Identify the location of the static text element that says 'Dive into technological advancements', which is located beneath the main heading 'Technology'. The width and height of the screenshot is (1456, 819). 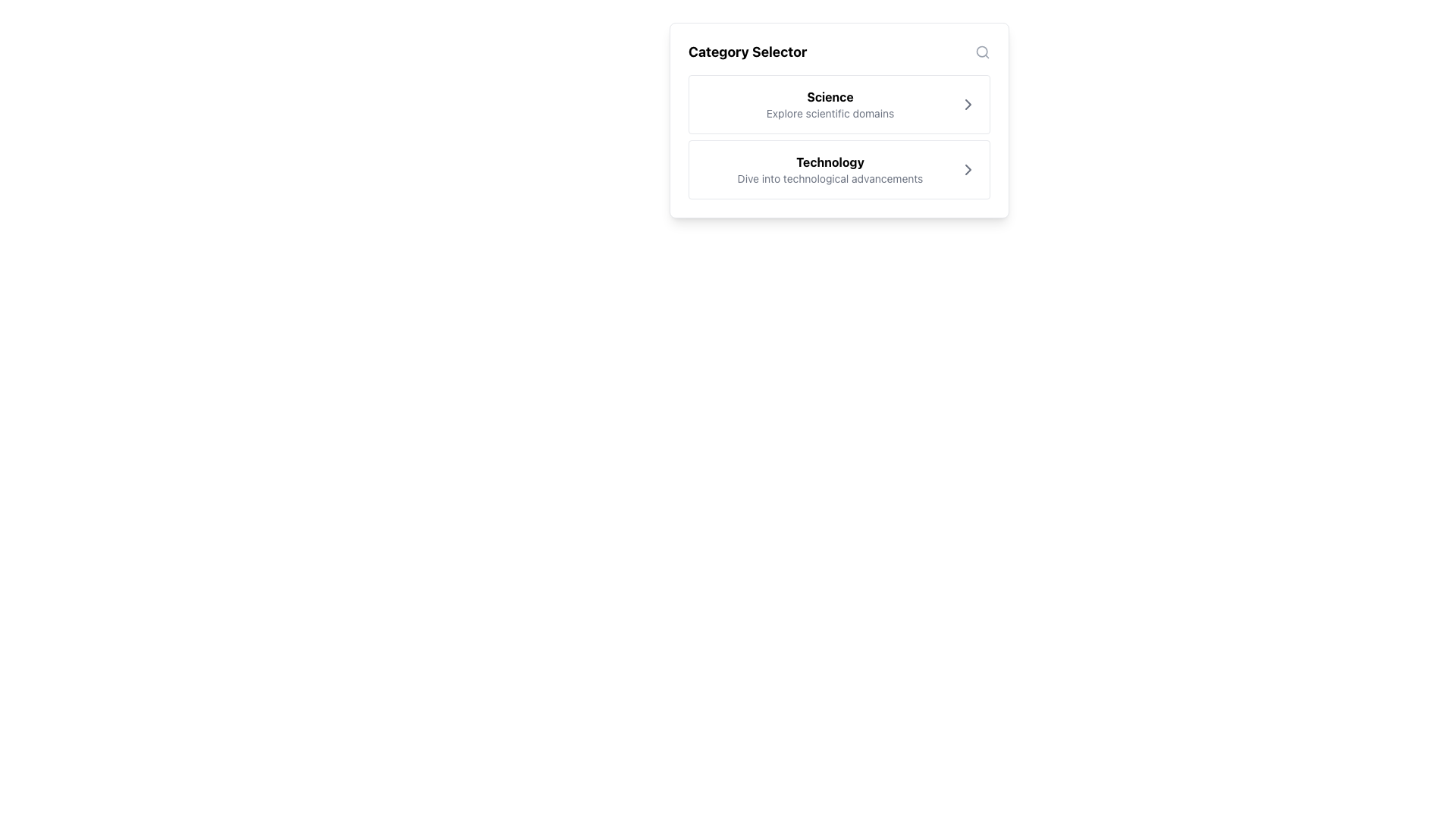
(829, 177).